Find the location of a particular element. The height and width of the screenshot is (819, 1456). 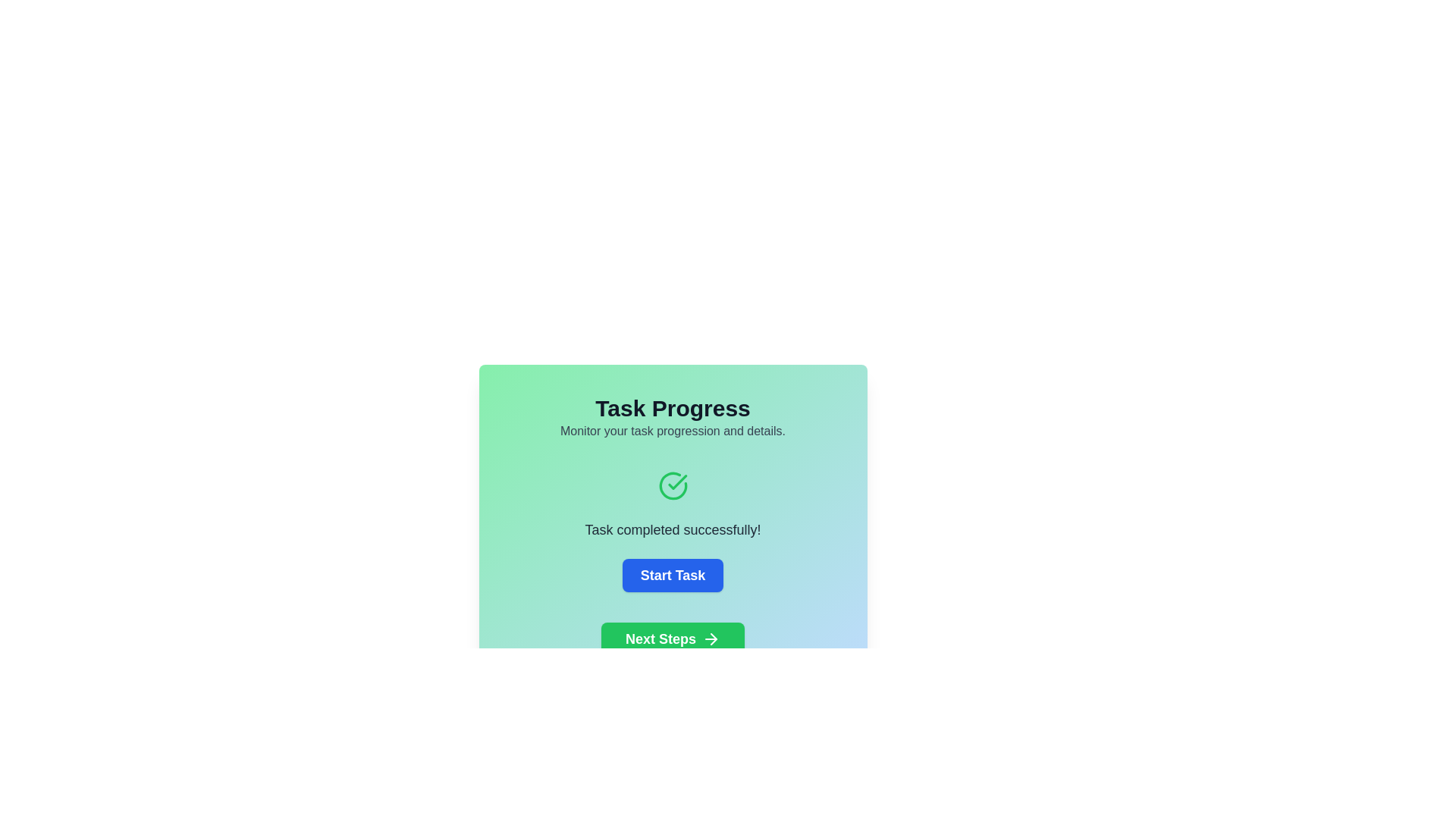

the text label displaying 'Task completed successfully!' which is centrally aligned and located below the checkmark icon and above the 'Start Task' button is located at coordinates (672, 529).